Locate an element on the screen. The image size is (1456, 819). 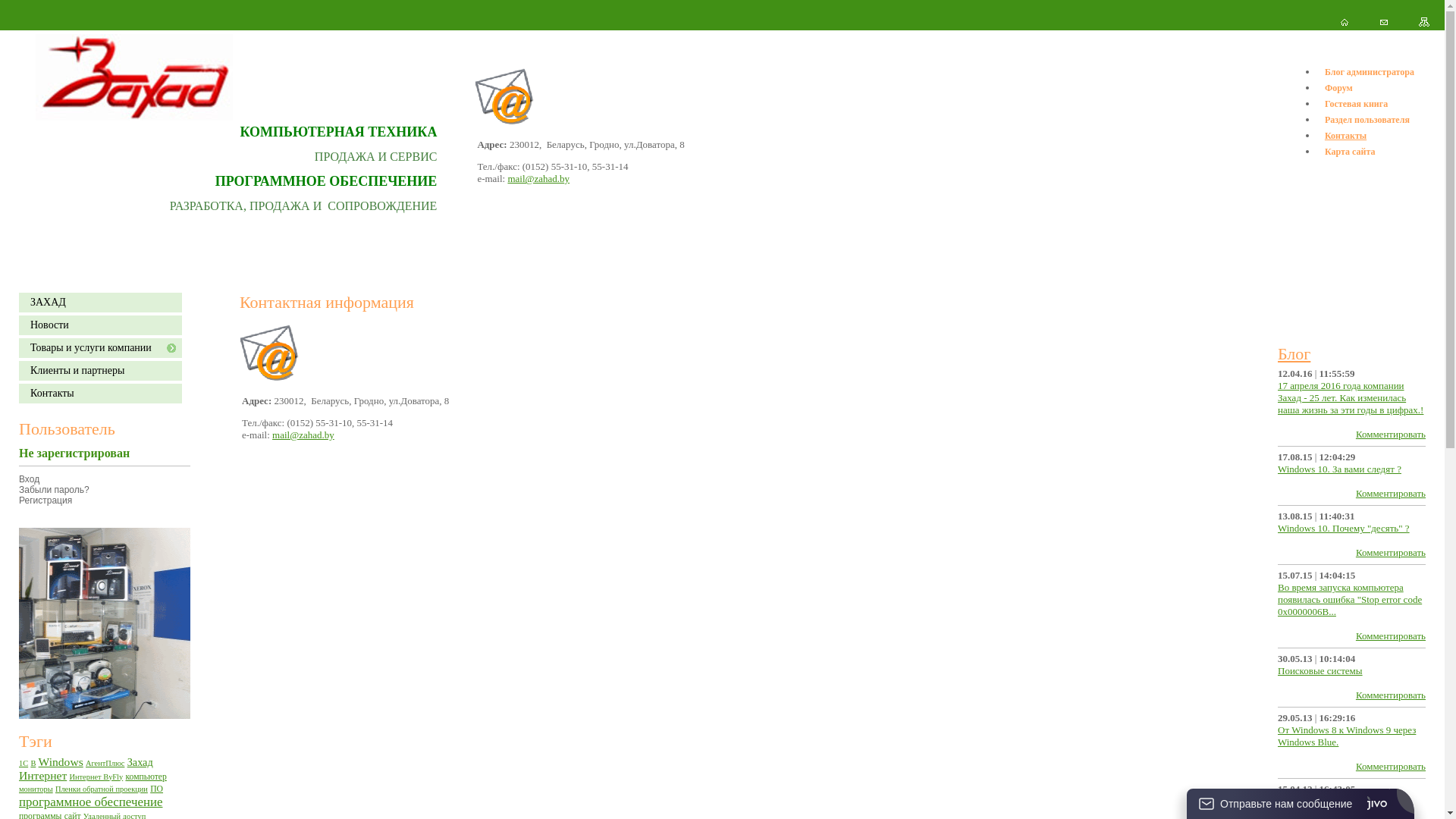
'1C' is located at coordinates (23, 762).